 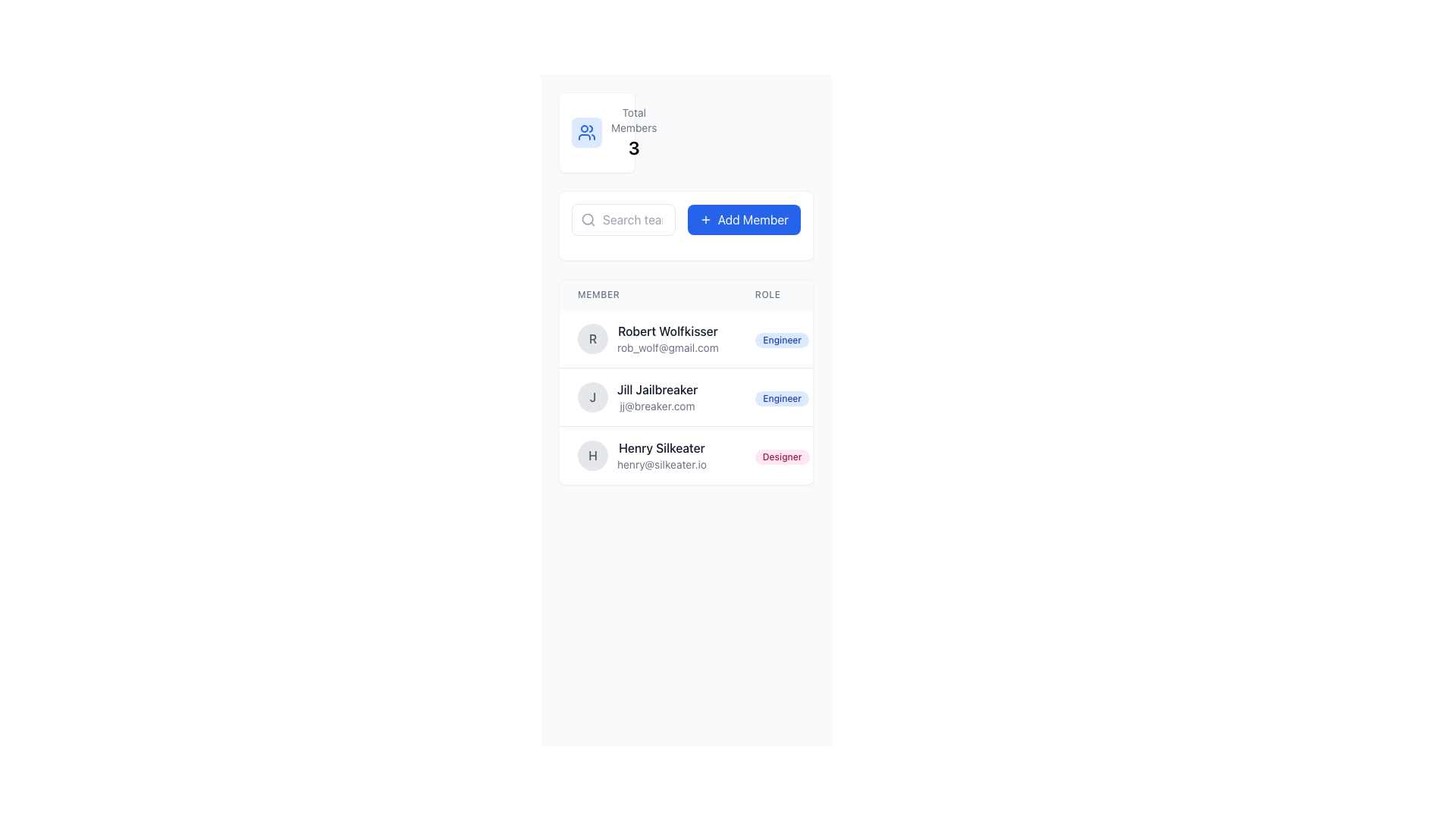 What do you see at coordinates (782, 454) in the screenshot?
I see `the role designation badge for 'Designer' associated with 'Henry Silkeater', located in the rightmost column of the list under the title 'Role'` at bounding box center [782, 454].